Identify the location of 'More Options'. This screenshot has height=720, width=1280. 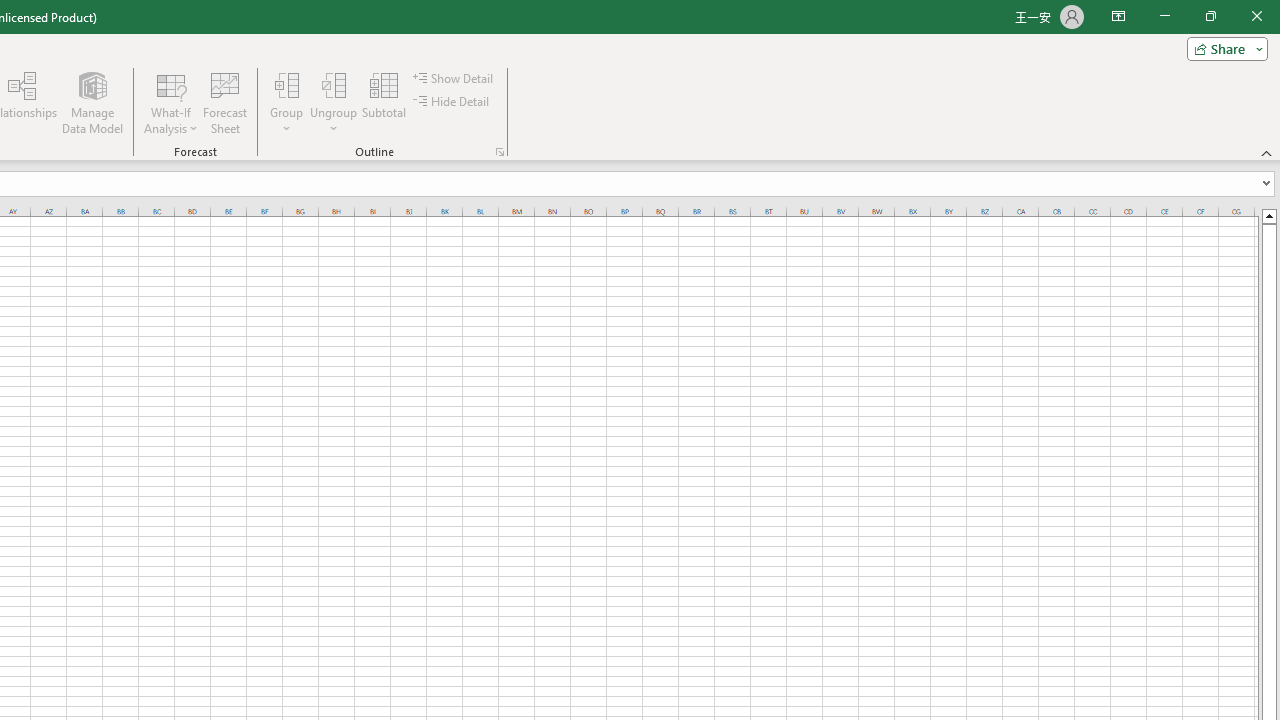
(334, 121).